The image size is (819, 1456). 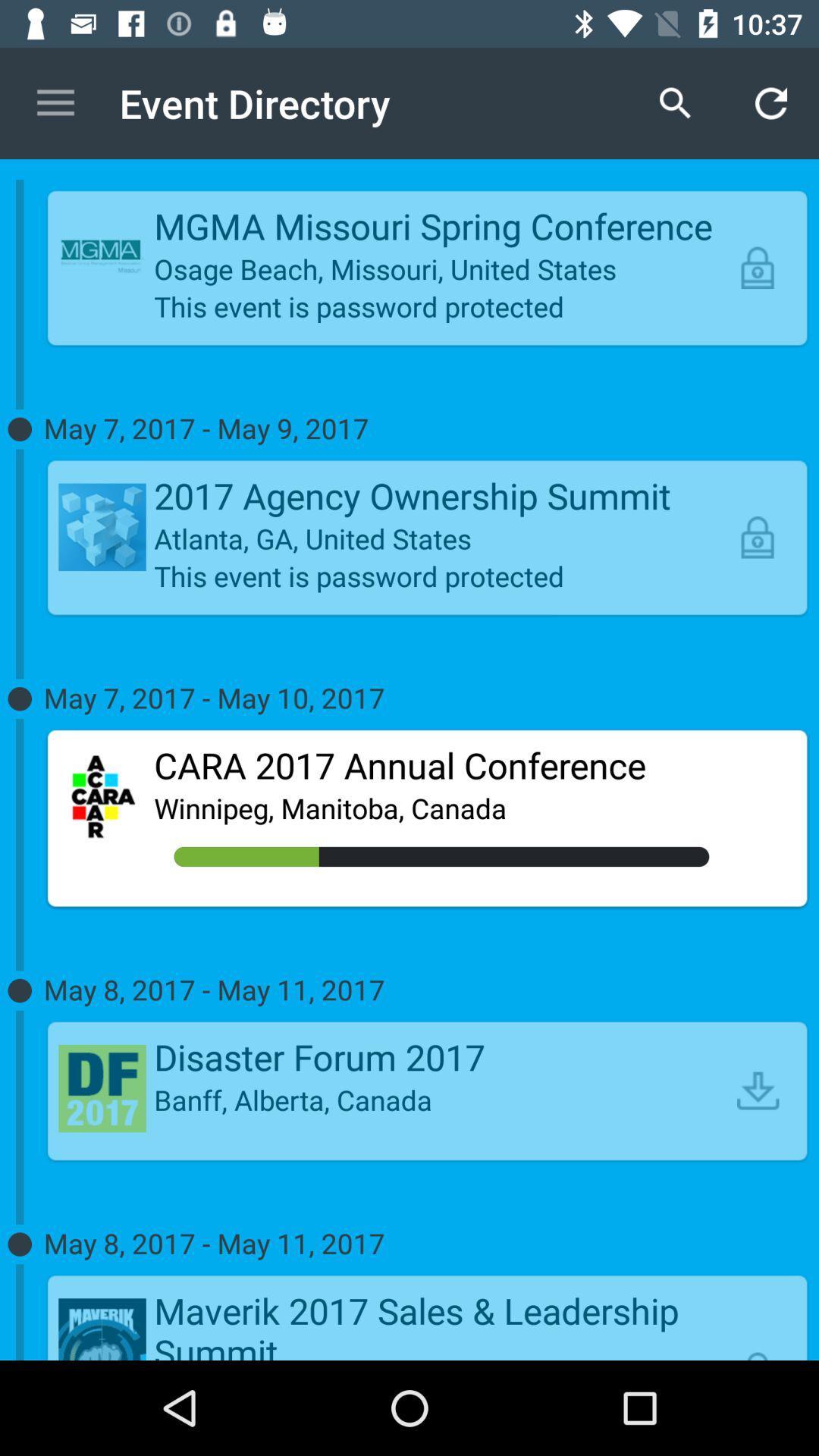 What do you see at coordinates (441, 807) in the screenshot?
I see `the item below the cara 2017 annual icon` at bounding box center [441, 807].